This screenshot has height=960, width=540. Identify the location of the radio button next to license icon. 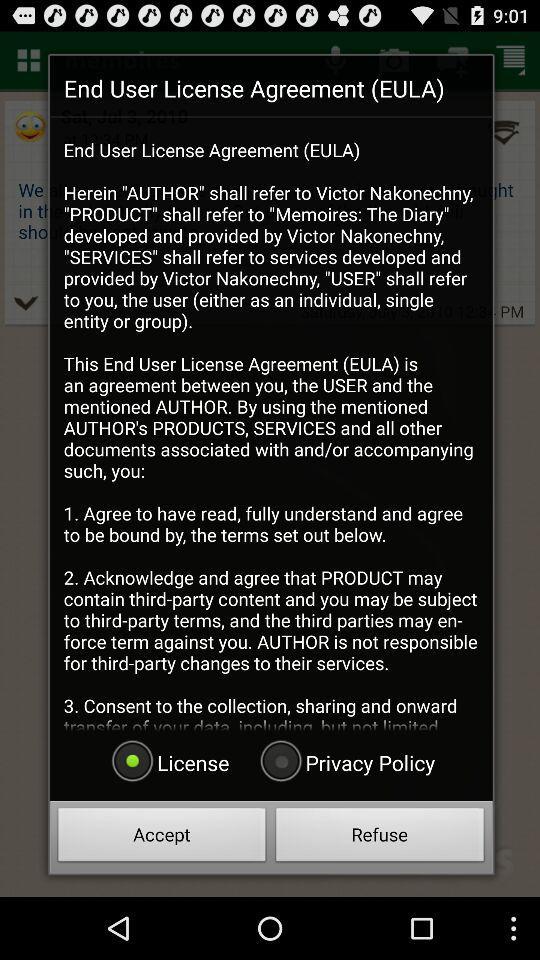
(344, 761).